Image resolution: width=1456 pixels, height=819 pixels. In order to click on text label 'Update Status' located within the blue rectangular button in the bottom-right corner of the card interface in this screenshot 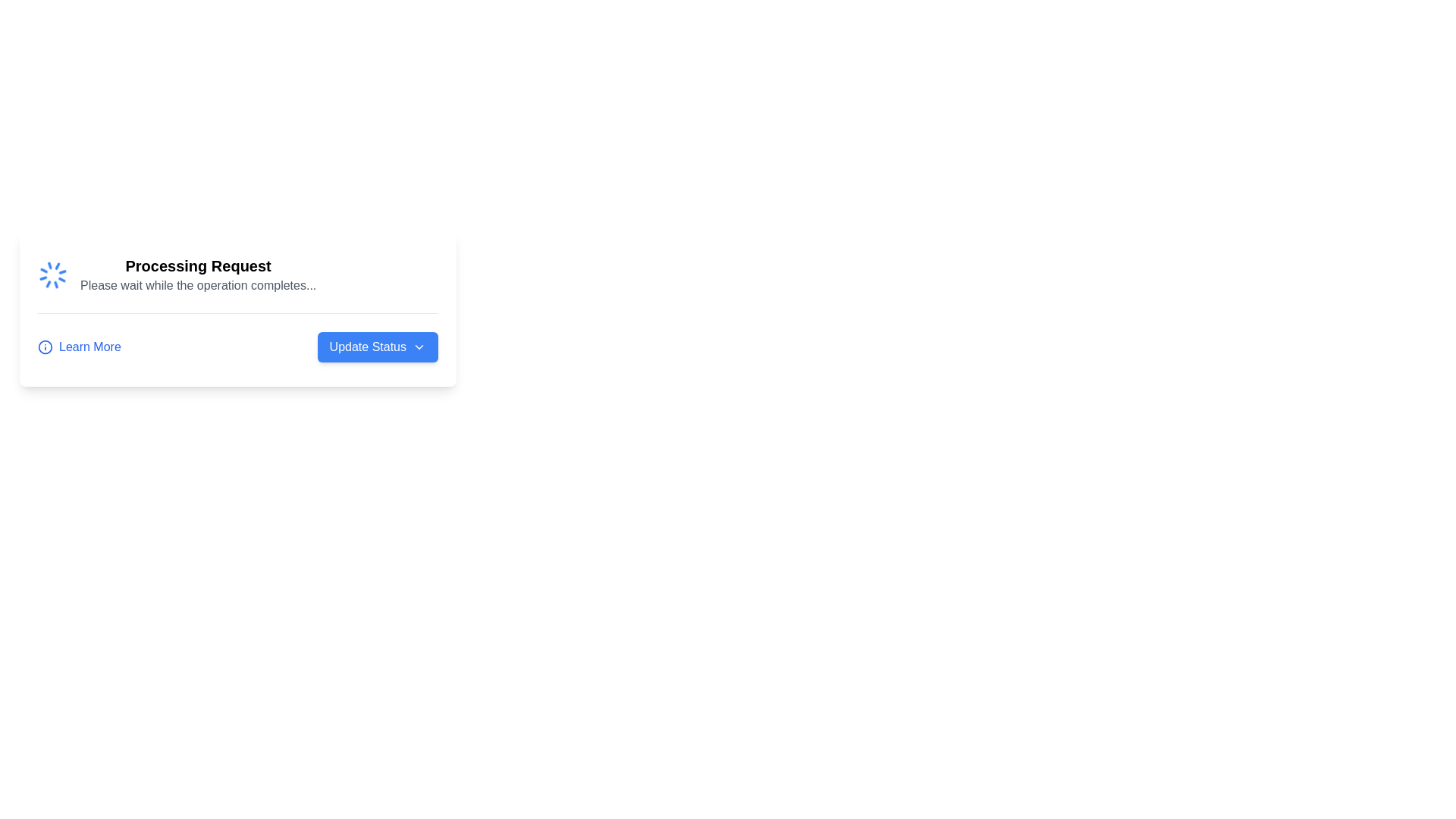, I will do `click(368, 347)`.